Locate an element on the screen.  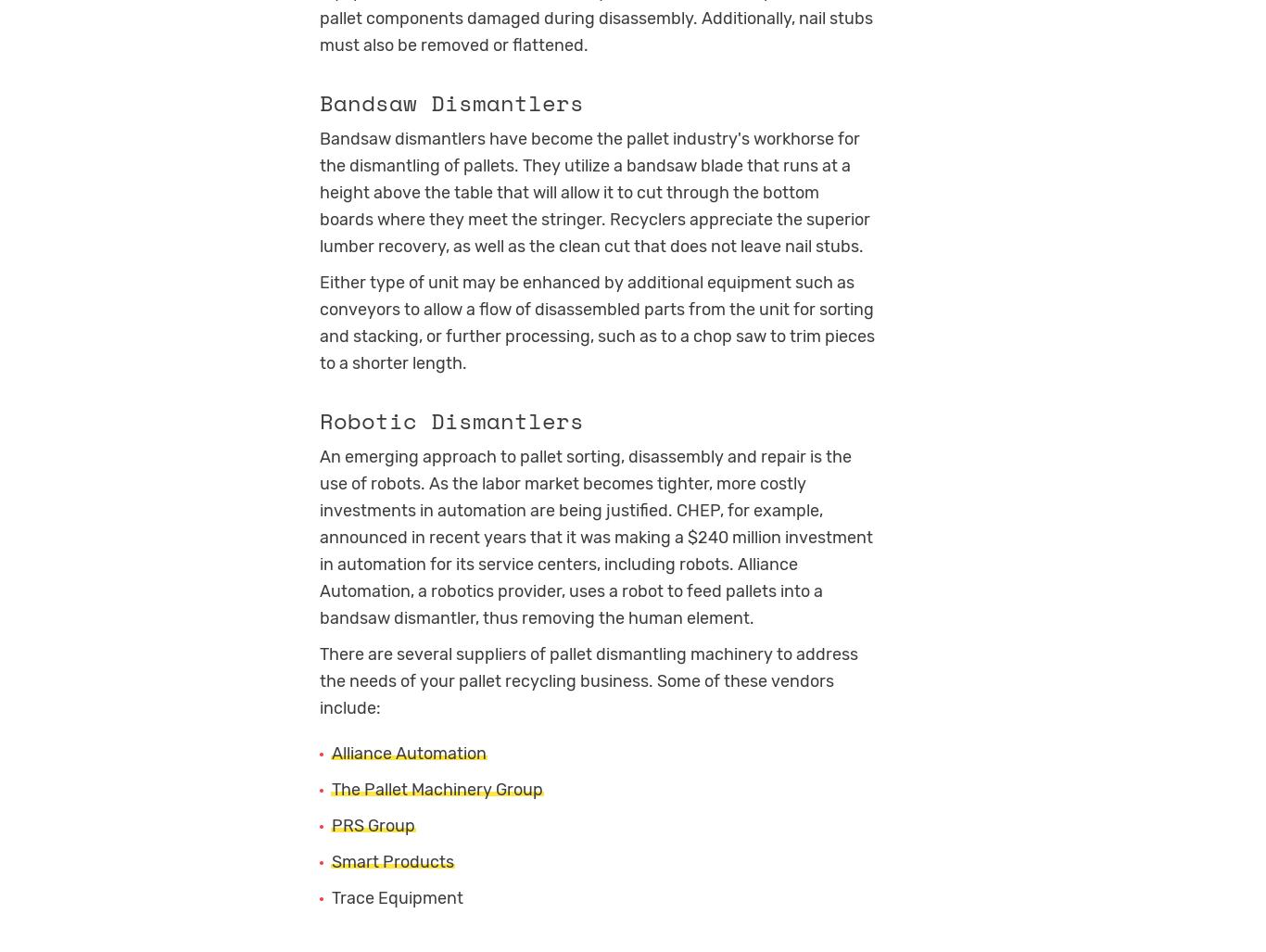
'PRS Group' is located at coordinates (372, 823).